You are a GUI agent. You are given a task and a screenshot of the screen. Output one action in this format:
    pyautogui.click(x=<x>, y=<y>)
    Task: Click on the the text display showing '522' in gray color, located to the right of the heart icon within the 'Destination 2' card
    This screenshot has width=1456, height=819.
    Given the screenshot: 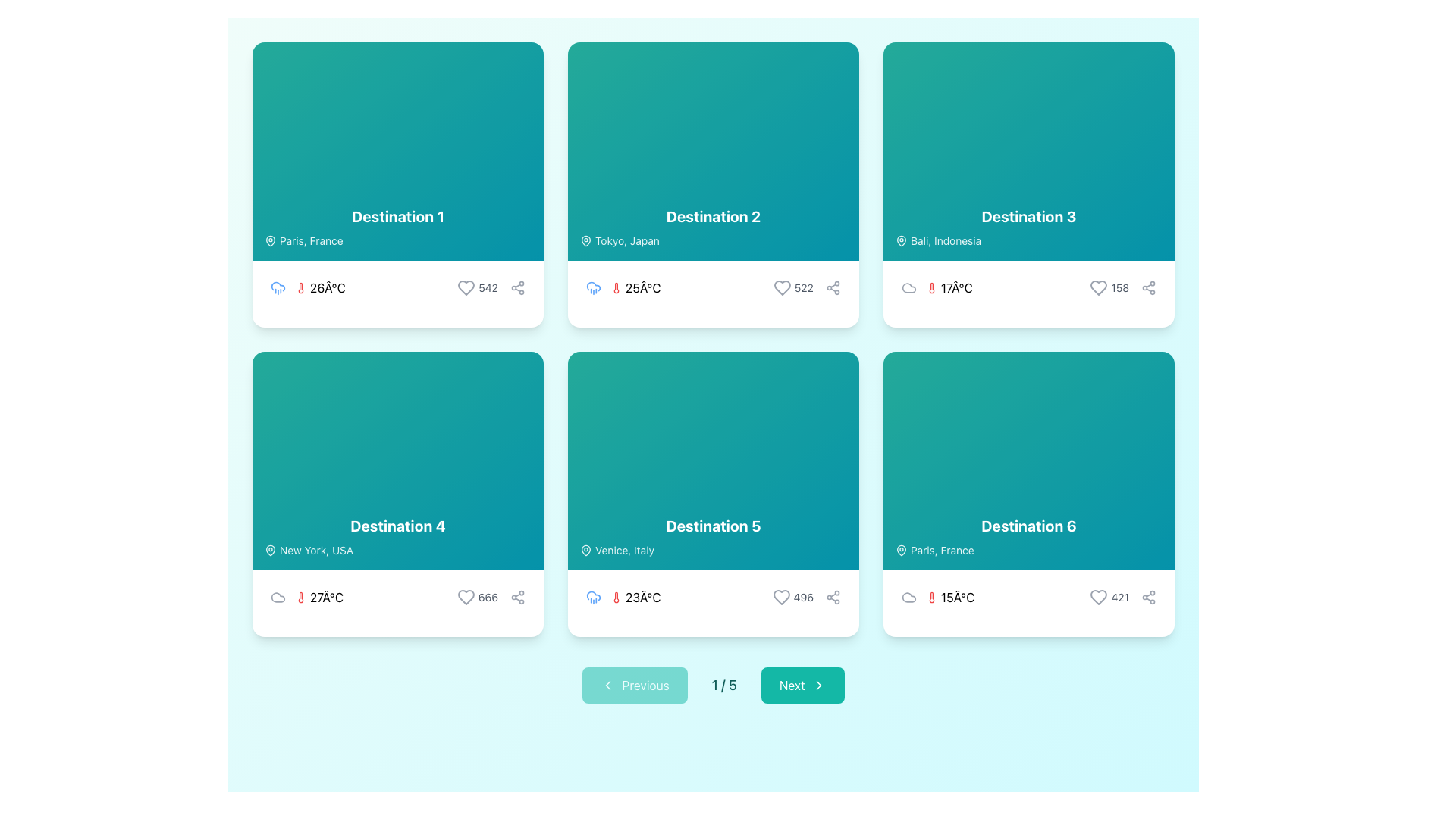 What is the action you would take?
    pyautogui.click(x=803, y=288)
    